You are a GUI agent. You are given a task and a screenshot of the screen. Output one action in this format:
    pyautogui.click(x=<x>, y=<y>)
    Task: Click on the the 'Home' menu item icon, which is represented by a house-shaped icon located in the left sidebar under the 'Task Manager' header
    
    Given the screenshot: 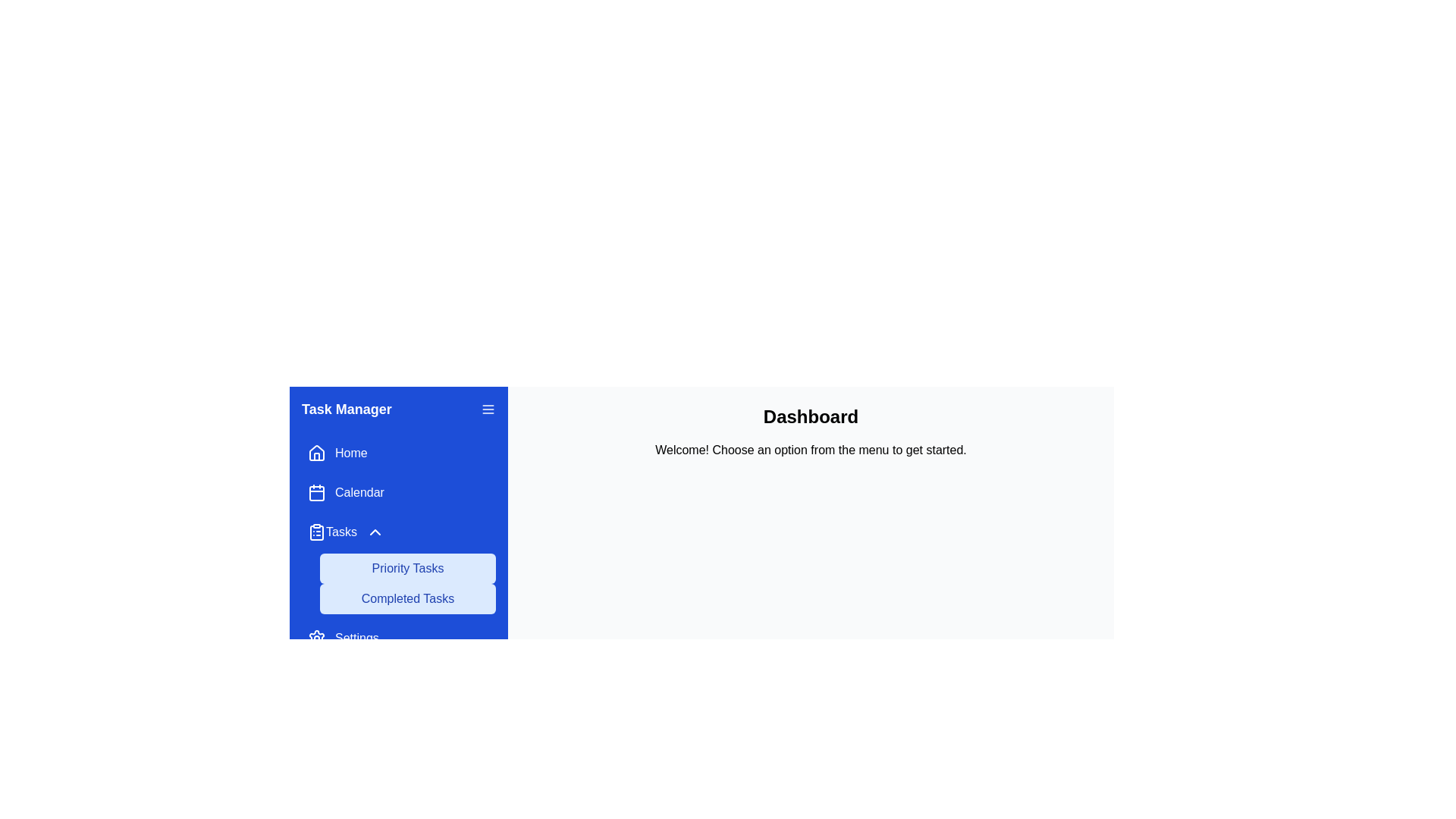 What is the action you would take?
    pyautogui.click(x=315, y=456)
    